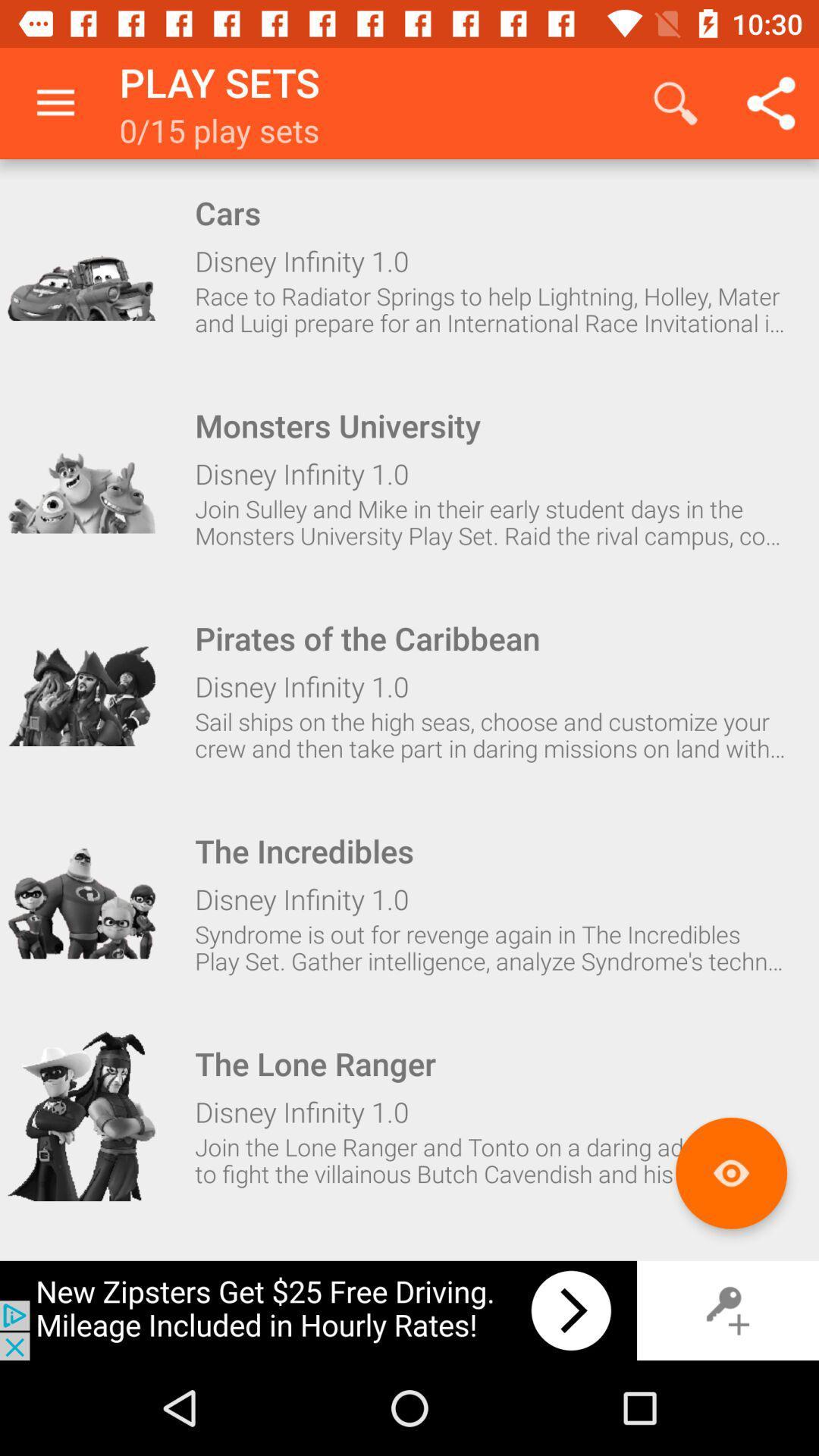 Image resolution: width=819 pixels, height=1456 pixels. I want to click on the incredibles, so click(81, 903).